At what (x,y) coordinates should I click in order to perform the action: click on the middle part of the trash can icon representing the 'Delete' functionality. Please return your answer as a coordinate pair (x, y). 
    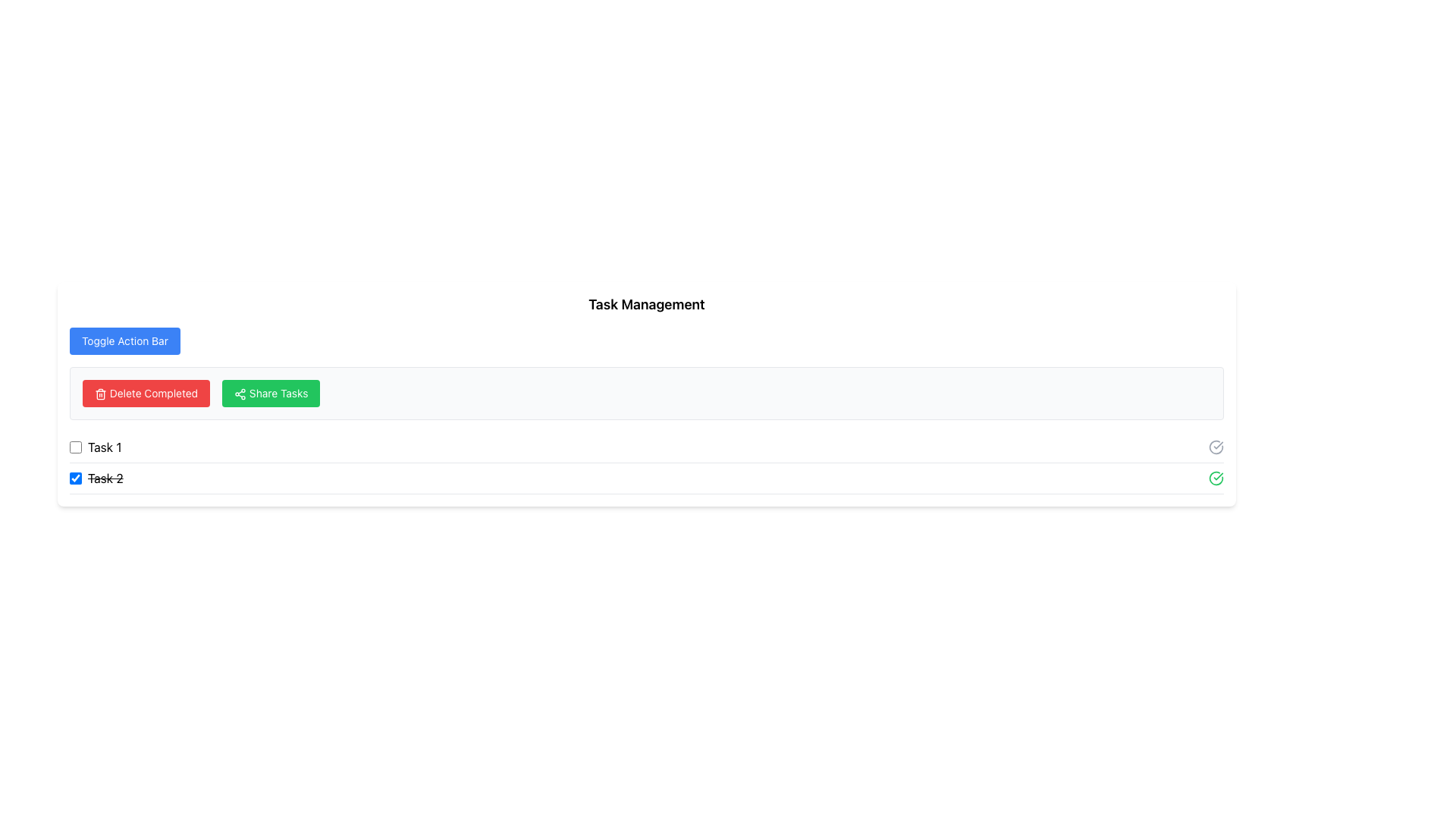
    Looking at the image, I should click on (100, 394).